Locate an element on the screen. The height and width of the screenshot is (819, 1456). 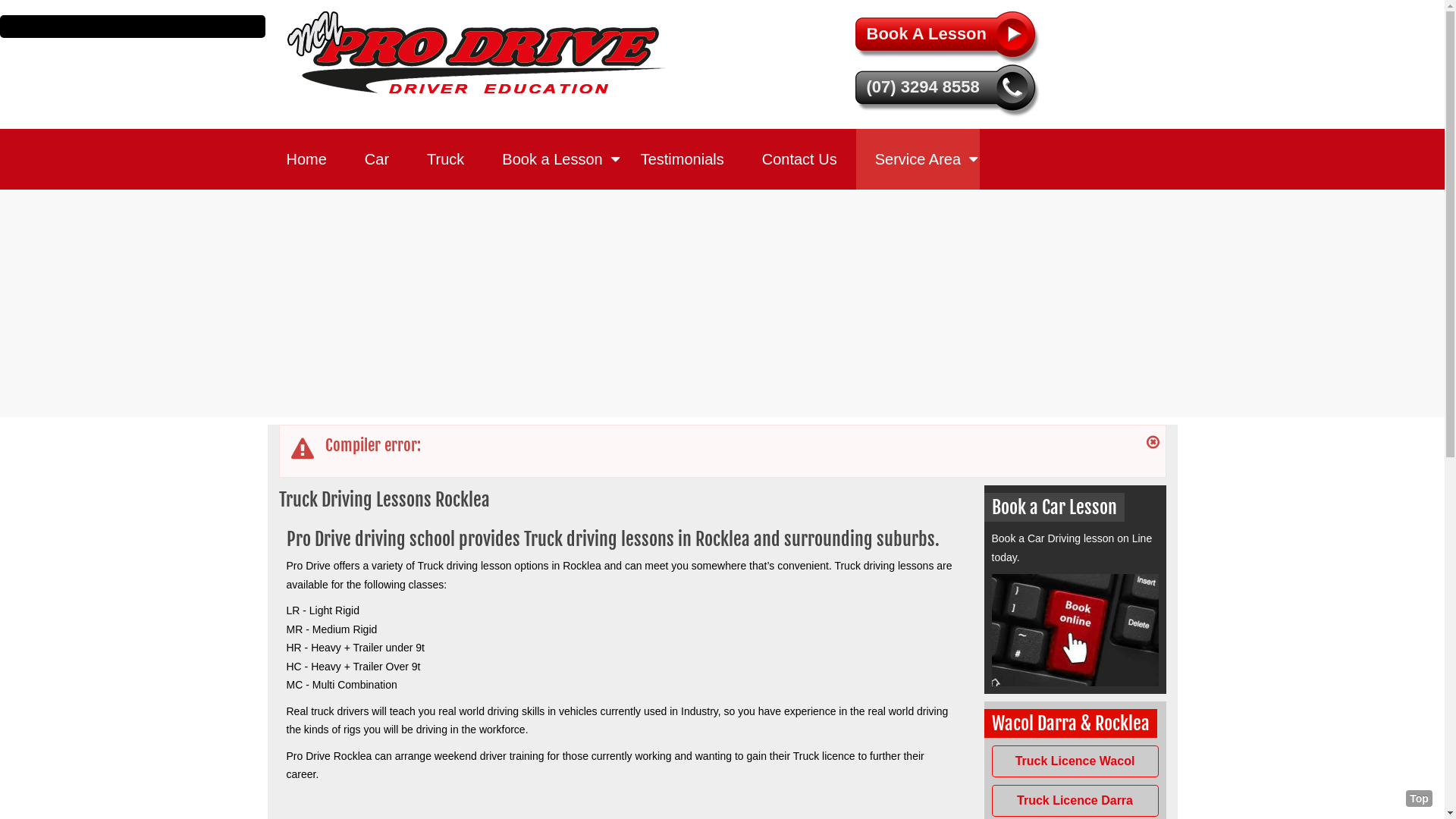
'Home' is located at coordinates (305, 158).